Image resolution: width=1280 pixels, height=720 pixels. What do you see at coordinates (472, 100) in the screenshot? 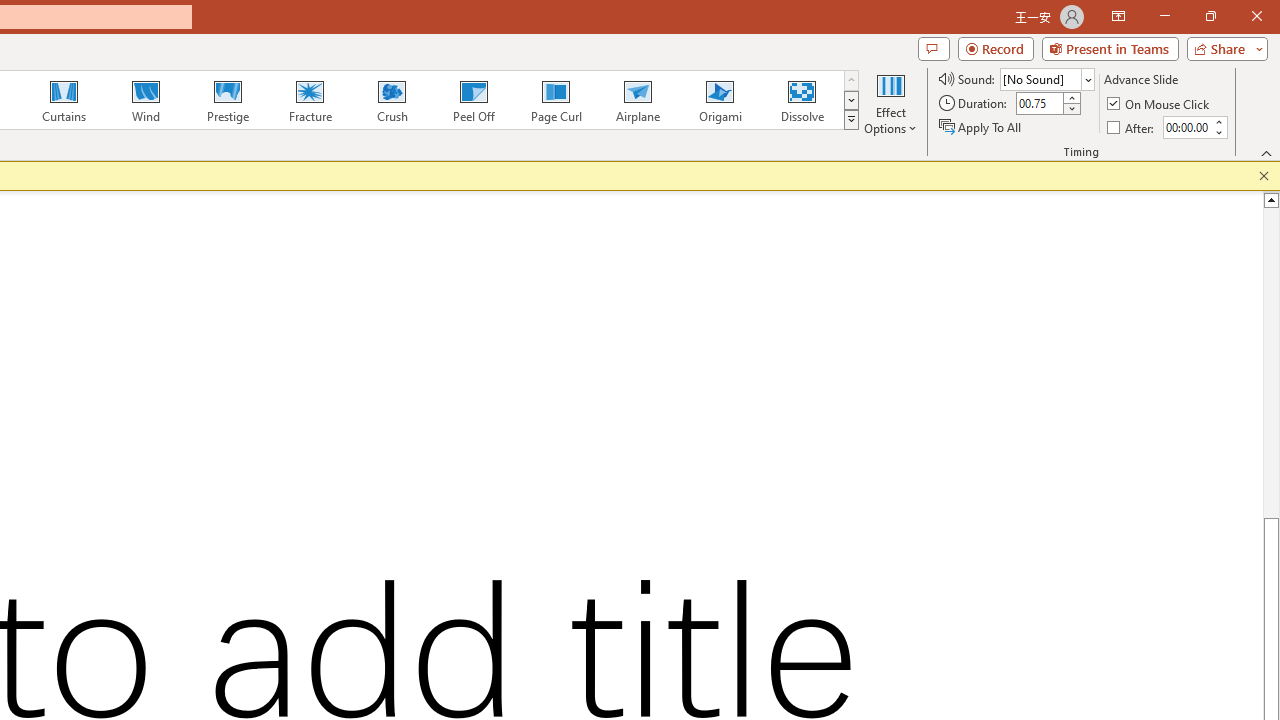
I see `'Peel Off'` at bounding box center [472, 100].